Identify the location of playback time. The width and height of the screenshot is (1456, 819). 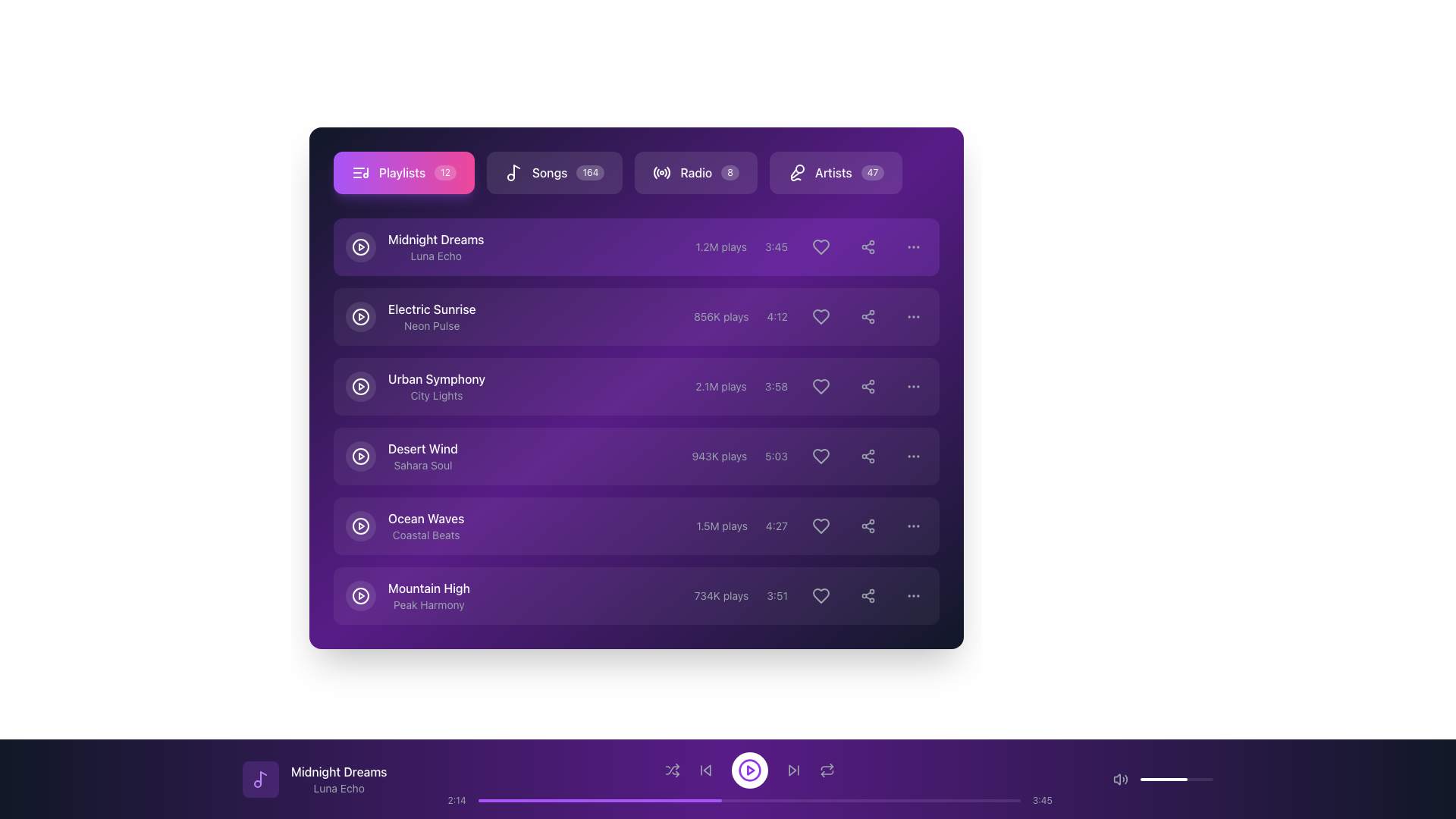
(667, 800).